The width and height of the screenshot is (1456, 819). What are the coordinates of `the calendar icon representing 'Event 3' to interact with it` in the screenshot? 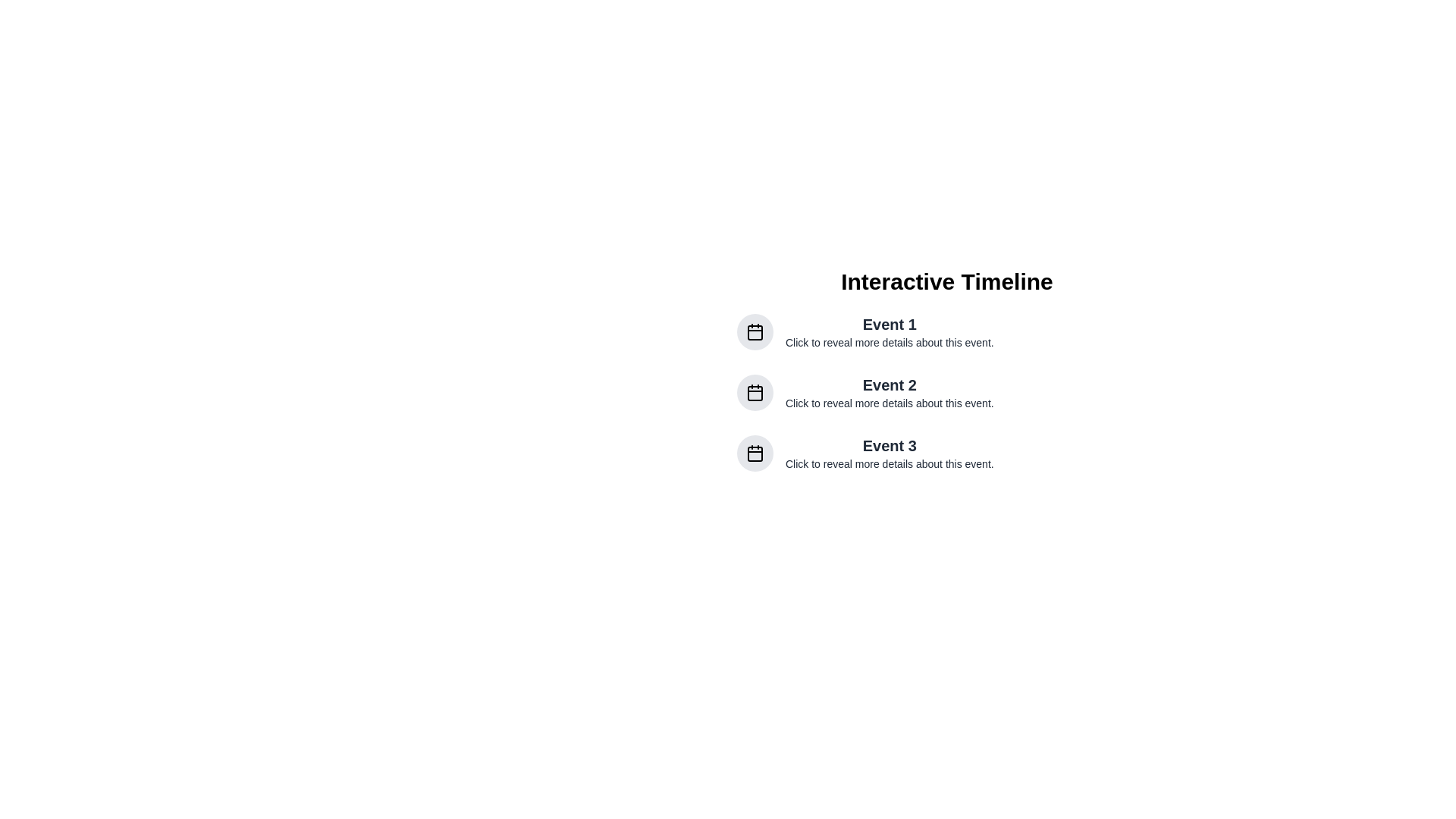 It's located at (755, 453).